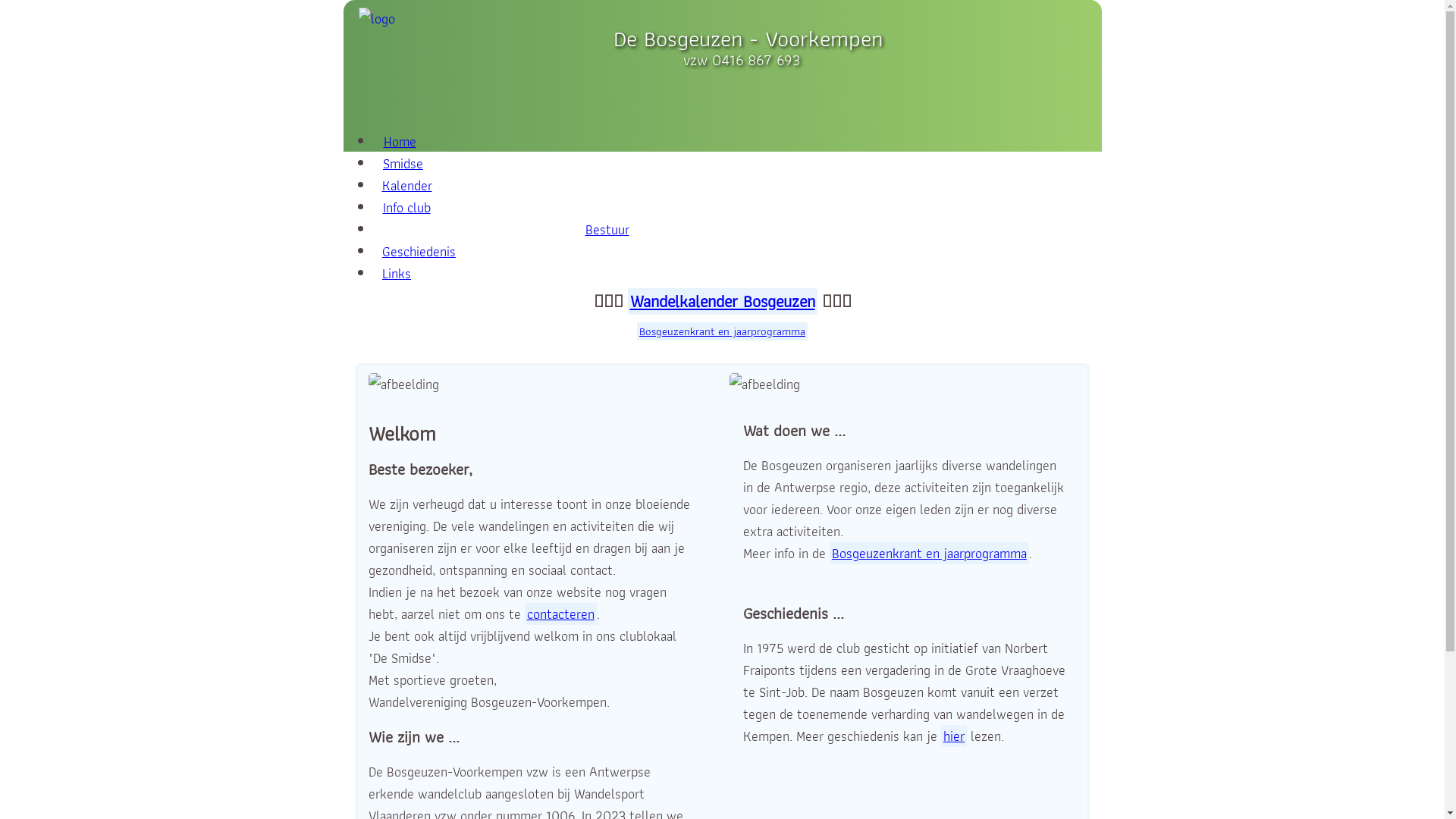 This screenshot has height=819, width=1456. I want to click on 'Geschiedenis', so click(419, 250).